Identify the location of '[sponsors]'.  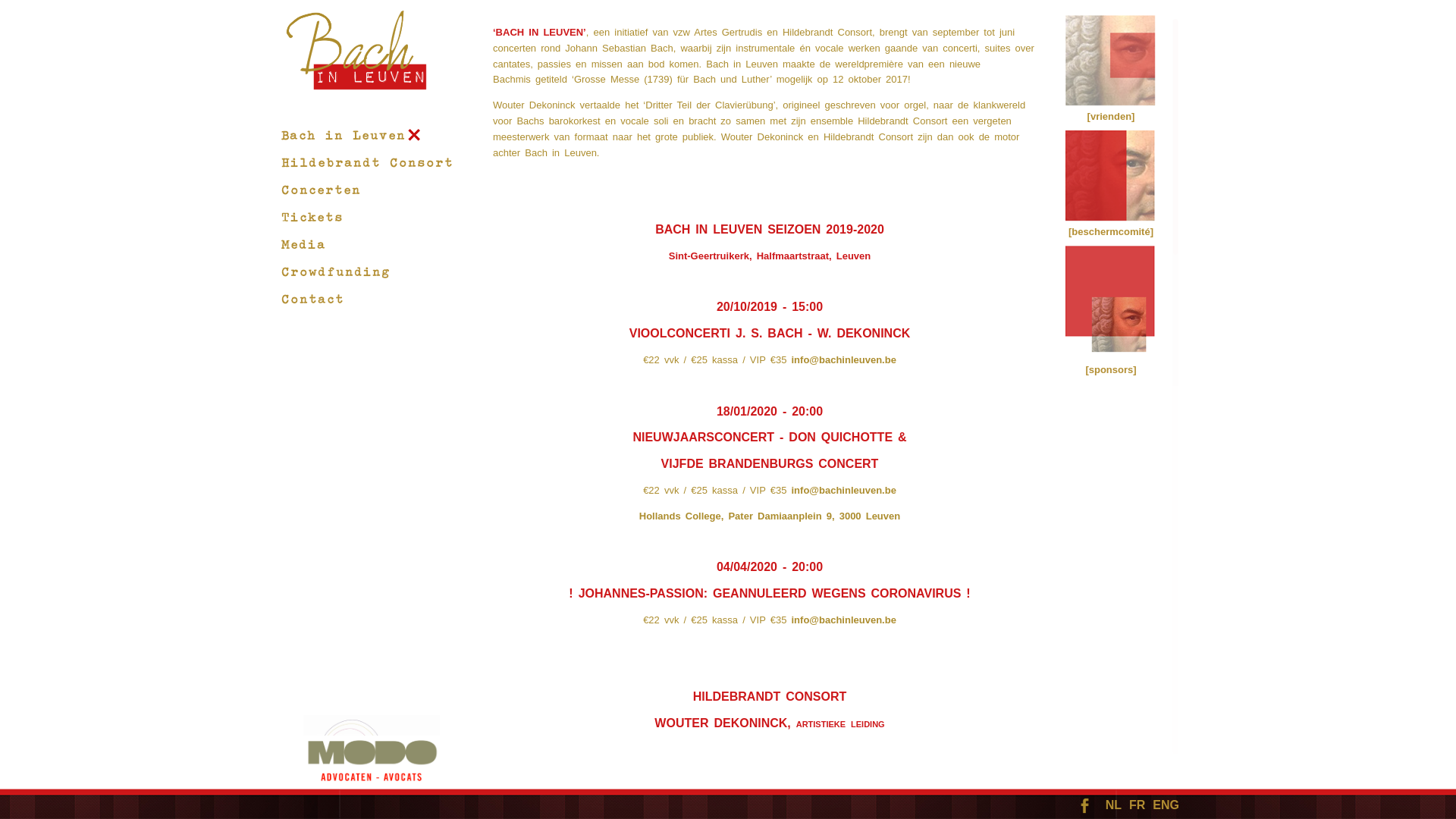
(1110, 369).